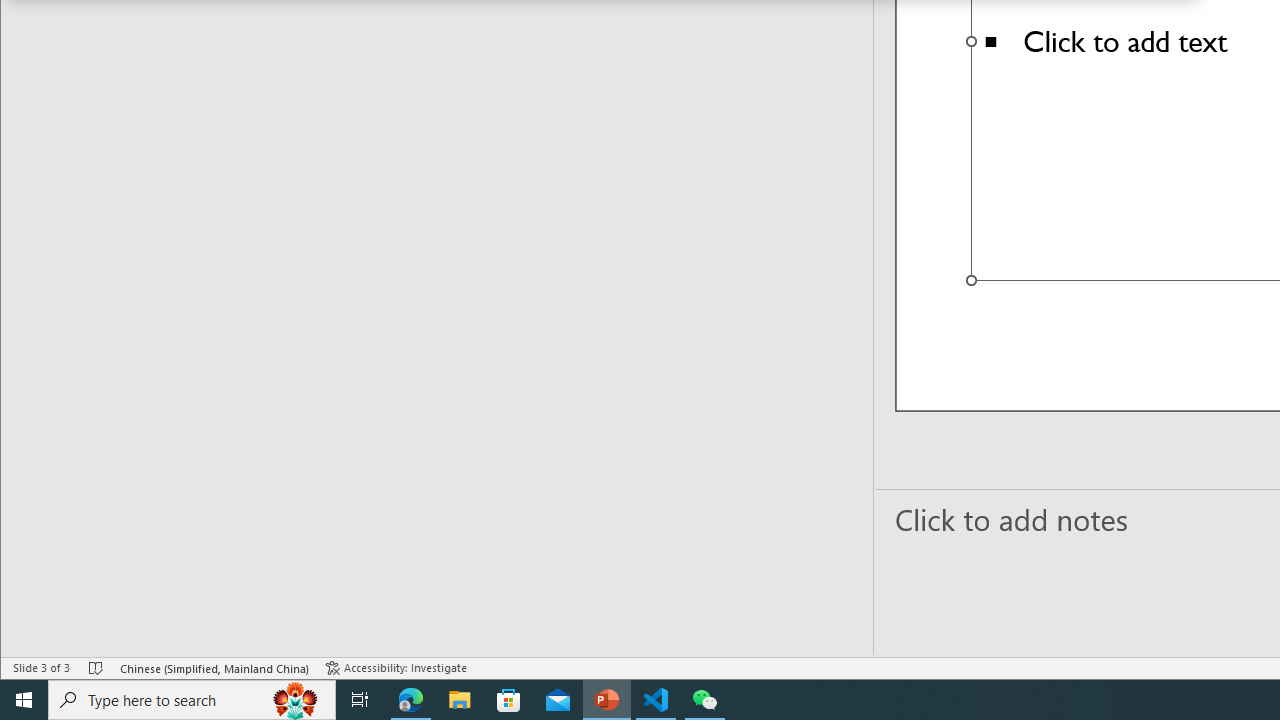 The image size is (1280, 720). Describe the element at coordinates (192, 698) in the screenshot. I see `'Type here to search'` at that location.